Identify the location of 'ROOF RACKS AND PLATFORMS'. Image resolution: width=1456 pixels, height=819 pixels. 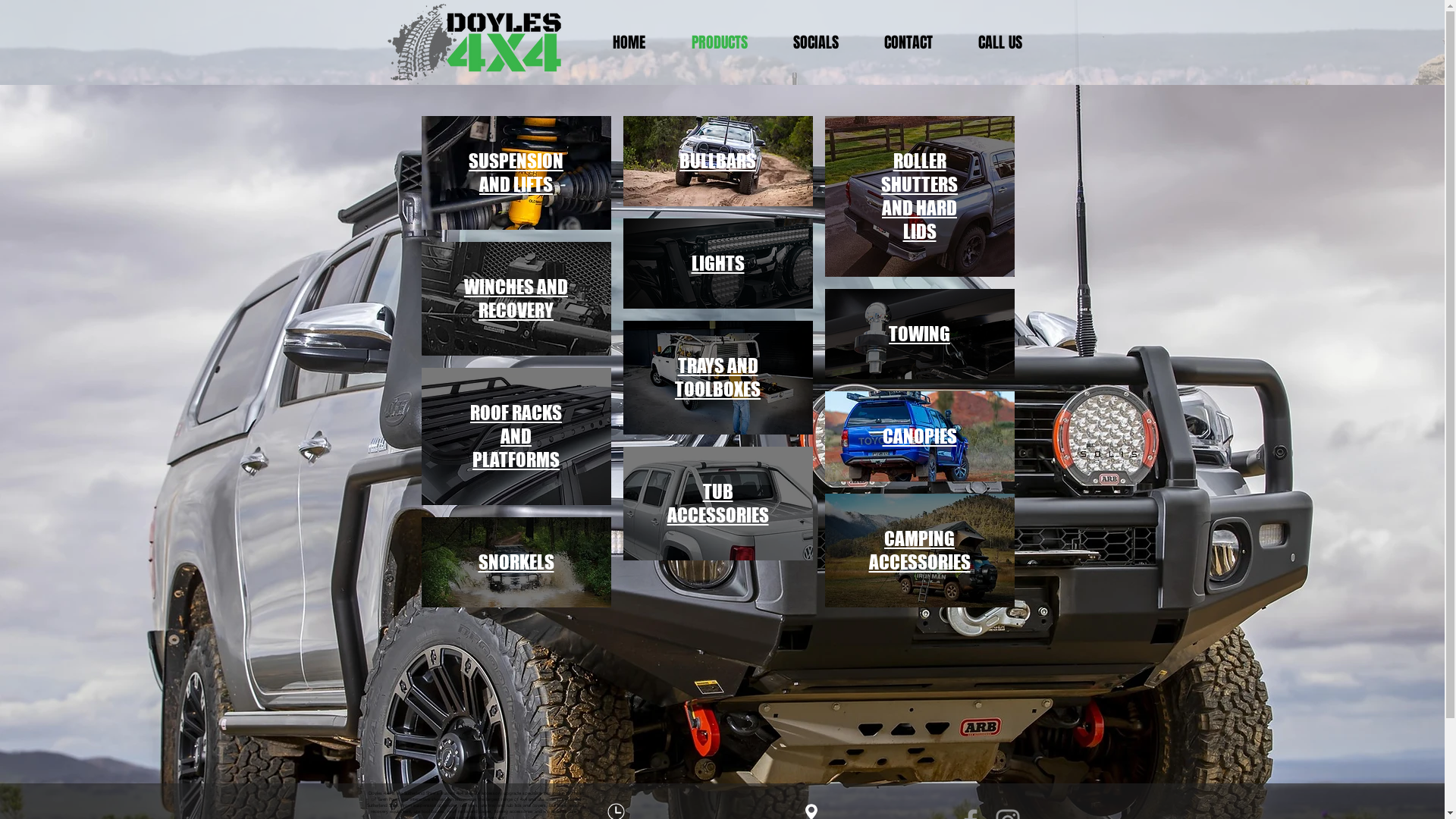
(516, 436).